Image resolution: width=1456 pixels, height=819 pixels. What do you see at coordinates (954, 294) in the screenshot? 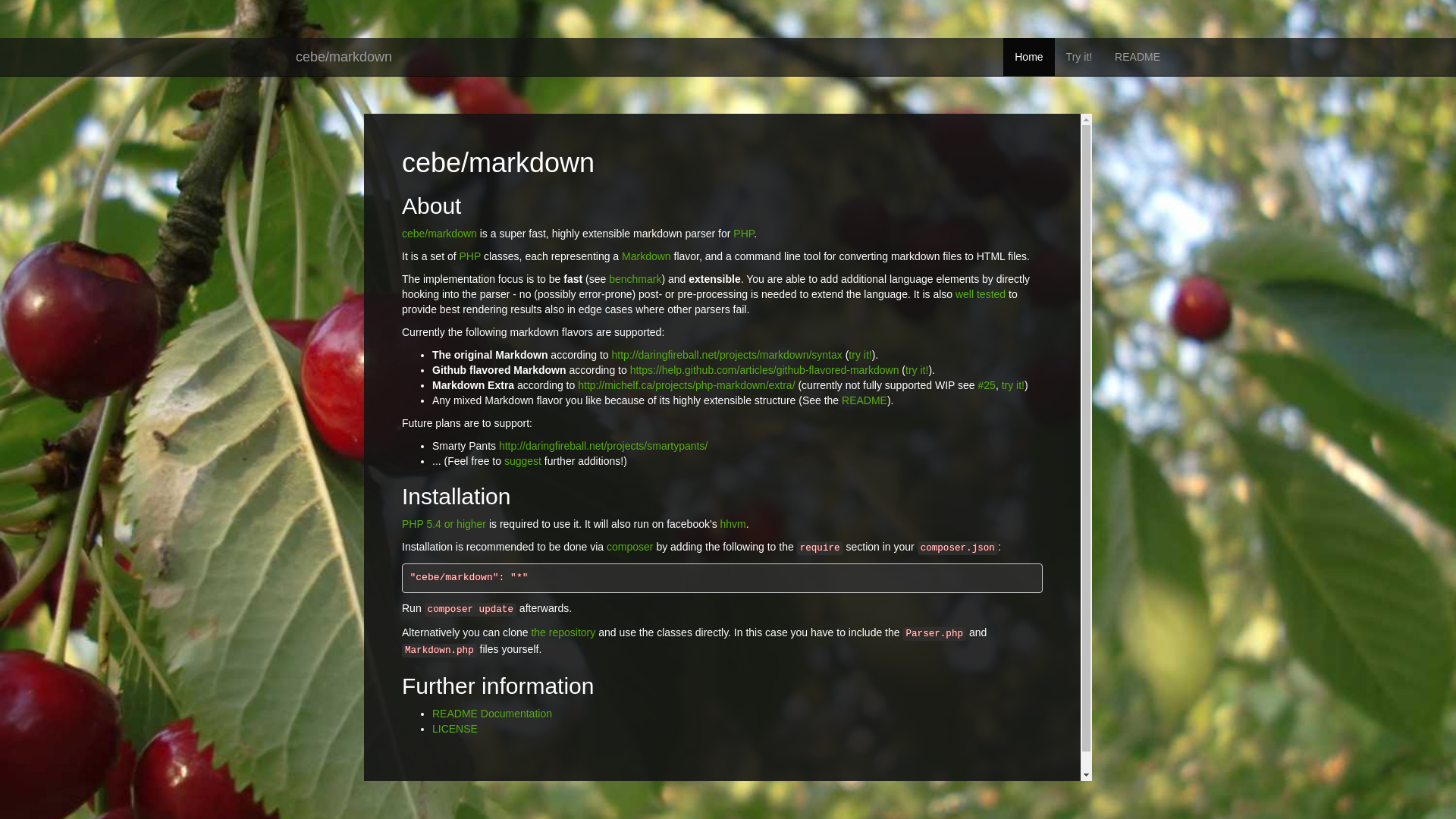
I see `'well tested'` at bounding box center [954, 294].